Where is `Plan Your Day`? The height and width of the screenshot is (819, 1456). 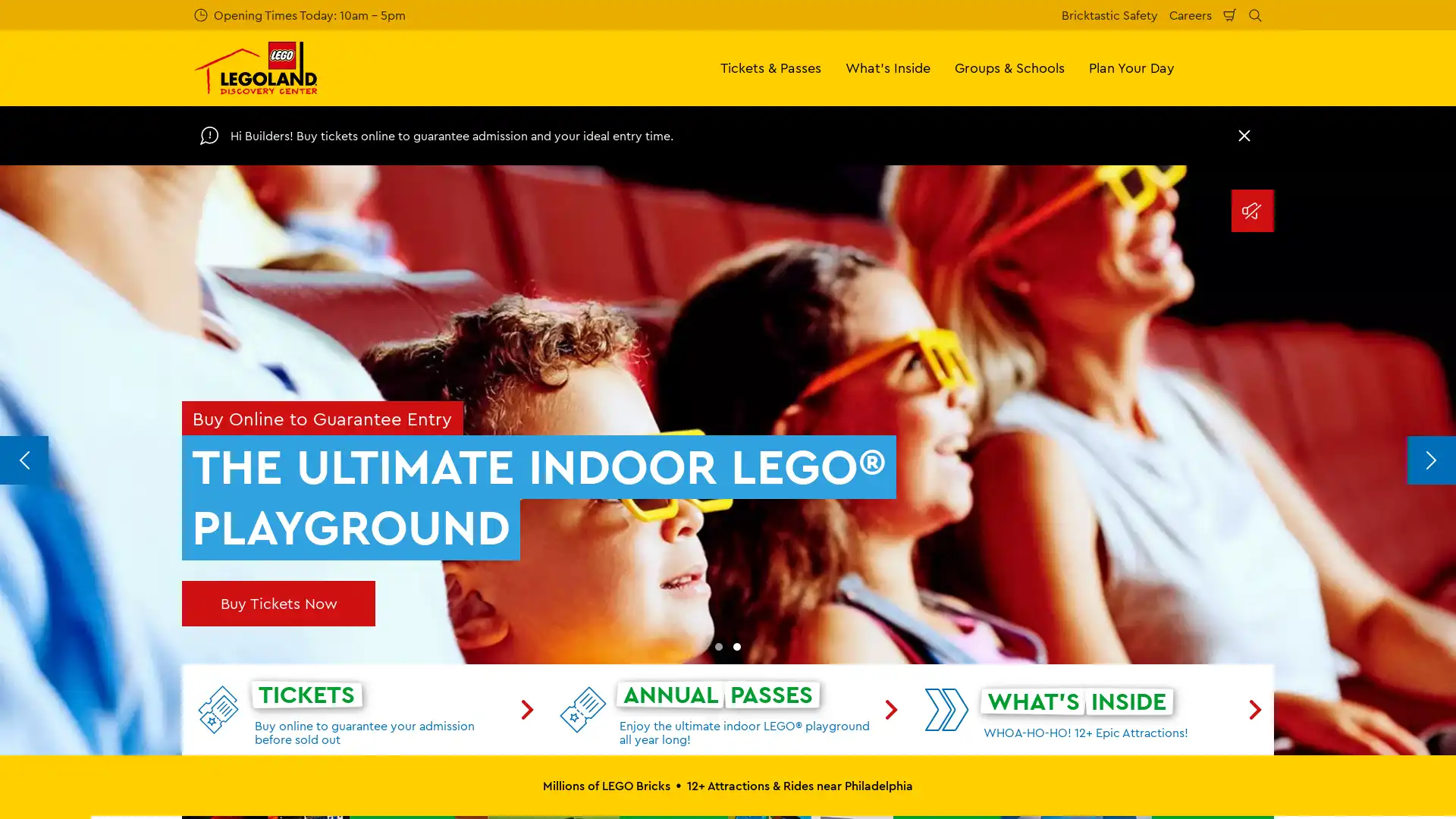 Plan Your Day is located at coordinates (1131, 67).